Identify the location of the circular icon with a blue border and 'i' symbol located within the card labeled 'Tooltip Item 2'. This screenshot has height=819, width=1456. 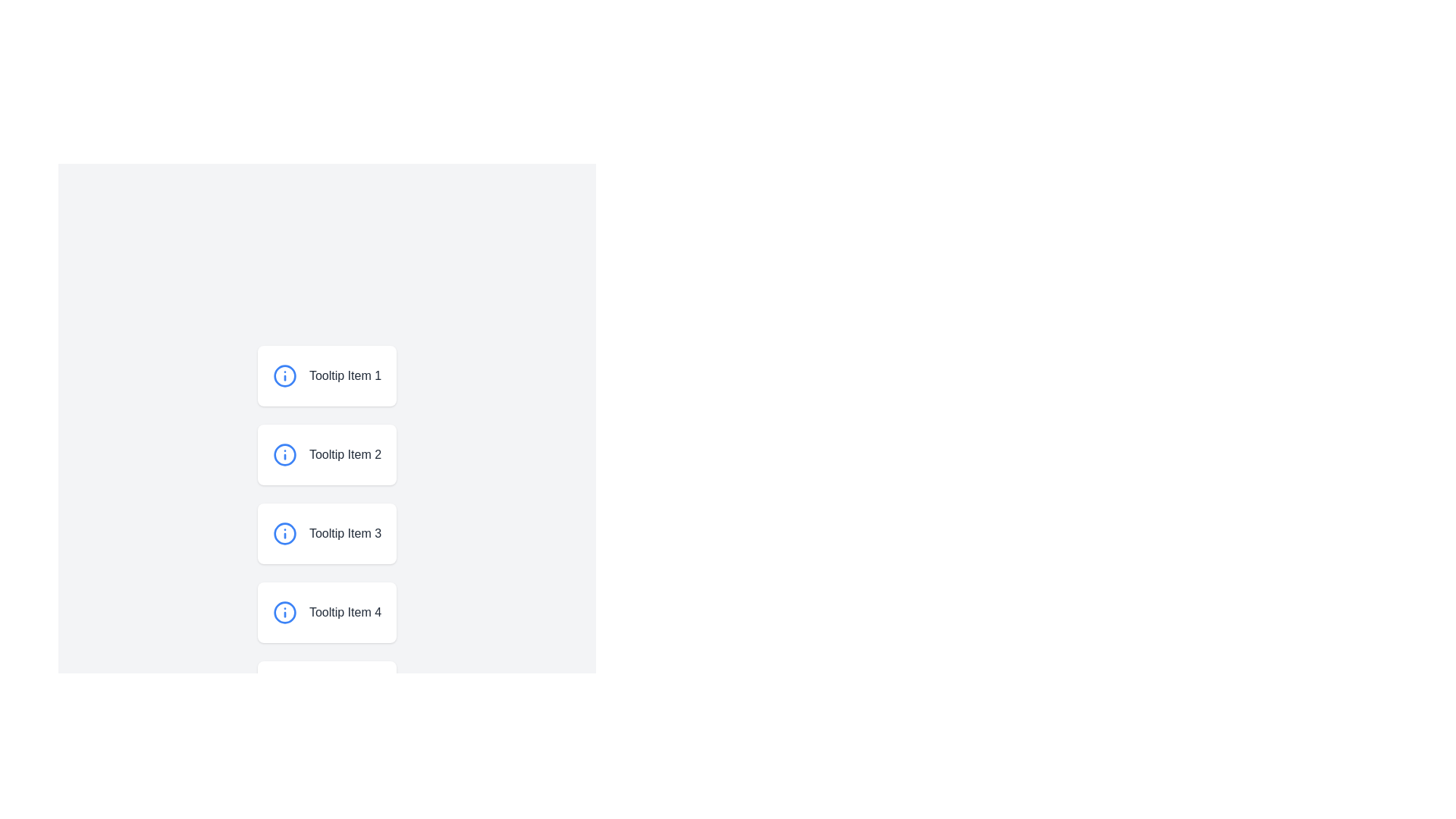
(284, 454).